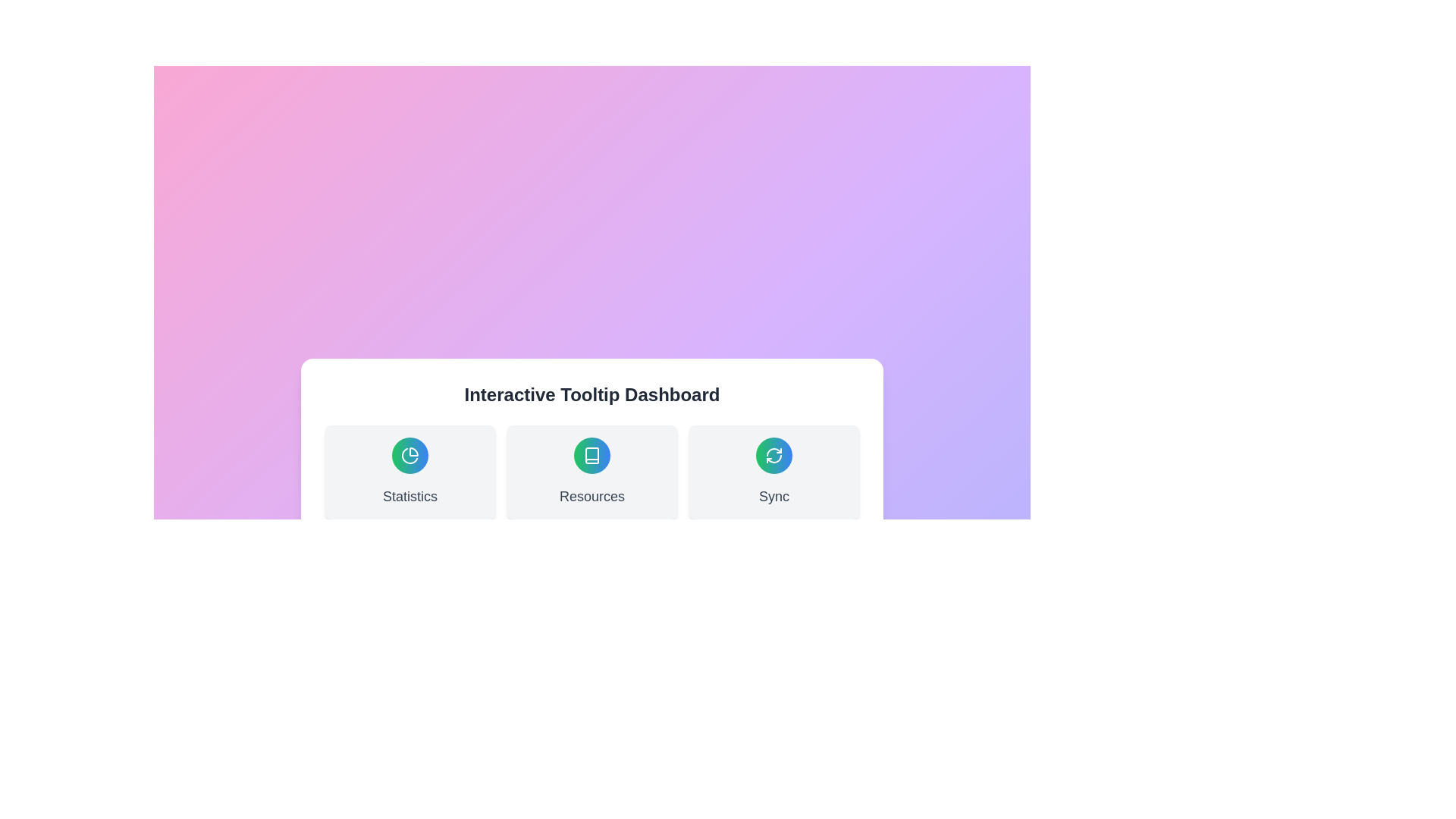 The image size is (1456, 819). What do you see at coordinates (591, 497) in the screenshot?
I see `the static text label located in the second card of a horizontally aligned group, which provides access to resources like tutorials or documentation` at bounding box center [591, 497].